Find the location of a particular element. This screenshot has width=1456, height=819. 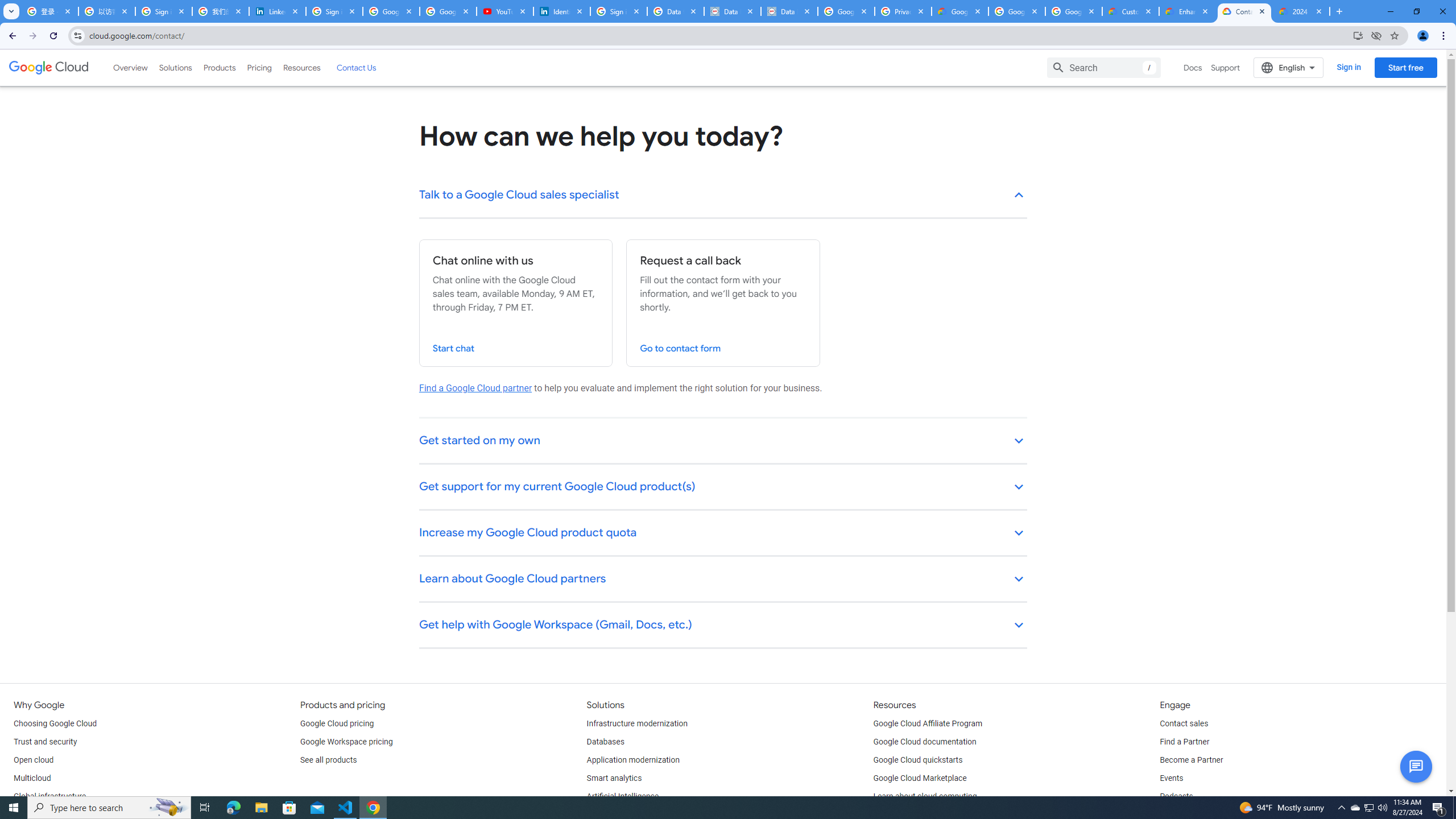

'Infrastructure modernization' is located at coordinates (638, 723).